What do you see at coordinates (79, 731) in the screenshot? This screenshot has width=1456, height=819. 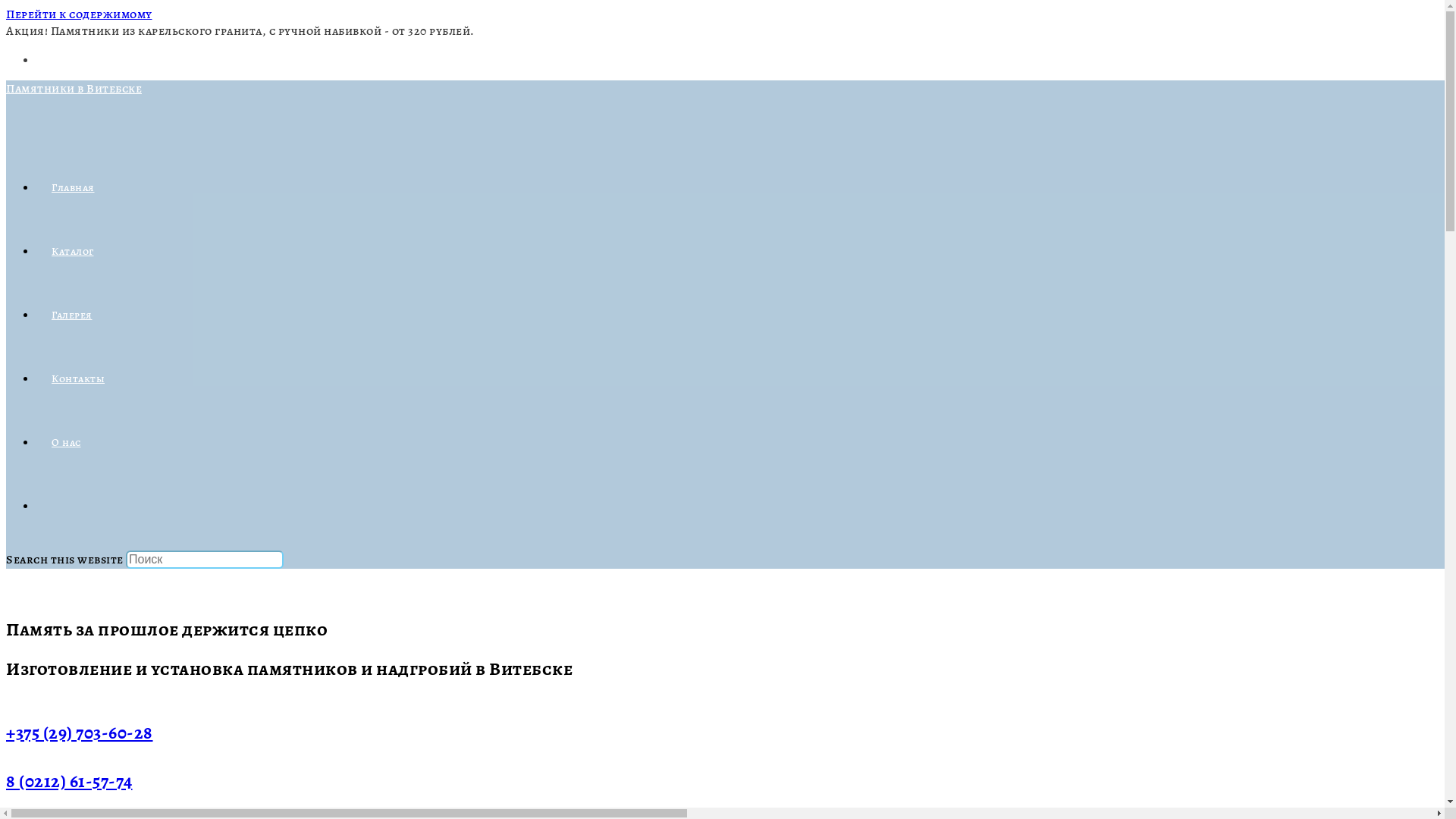 I see `'+375 (29) 703-60-28'` at bounding box center [79, 731].